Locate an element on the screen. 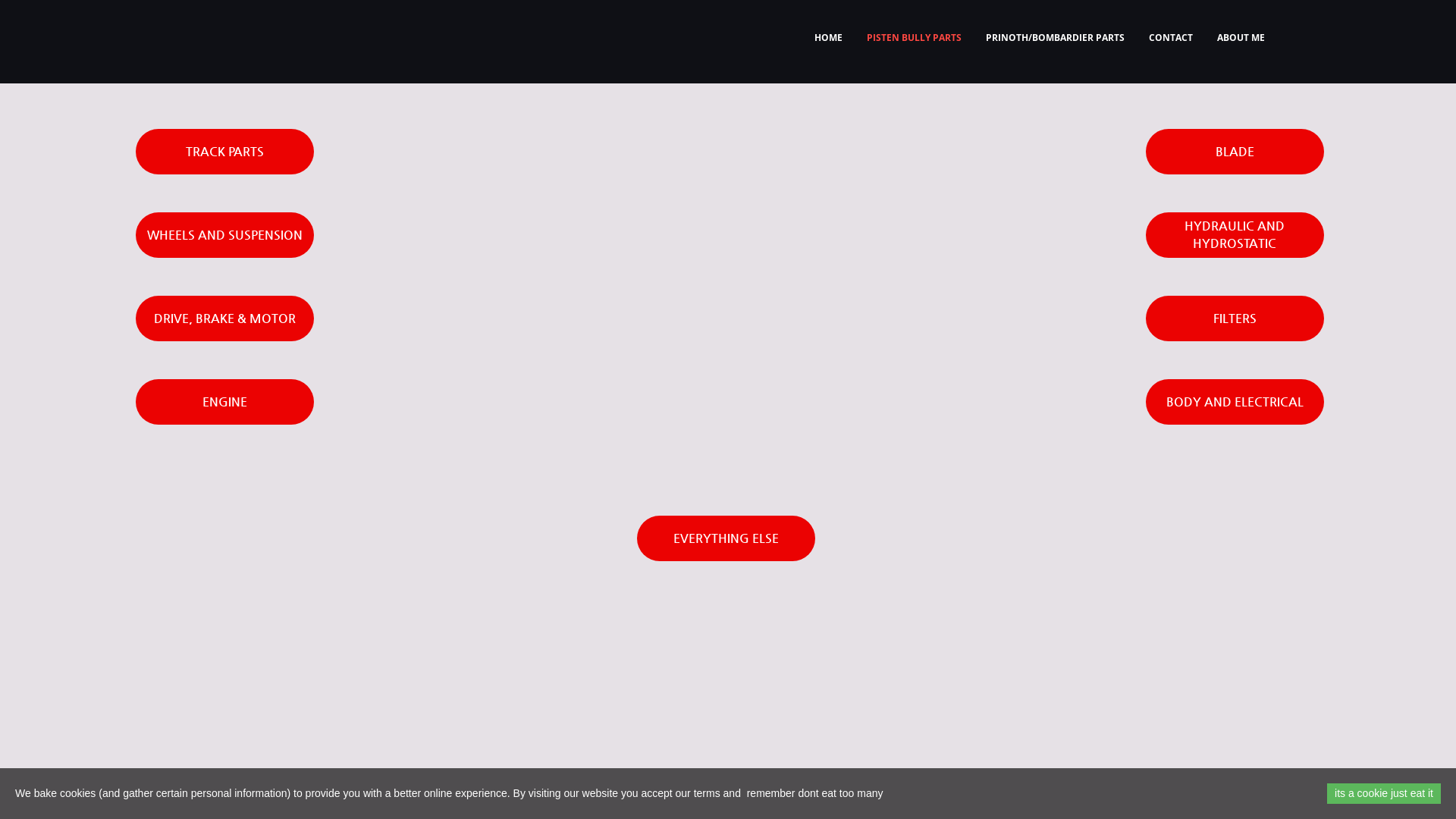 The height and width of the screenshot is (819, 1456). 'HOME' is located at coordinates (827, 37).